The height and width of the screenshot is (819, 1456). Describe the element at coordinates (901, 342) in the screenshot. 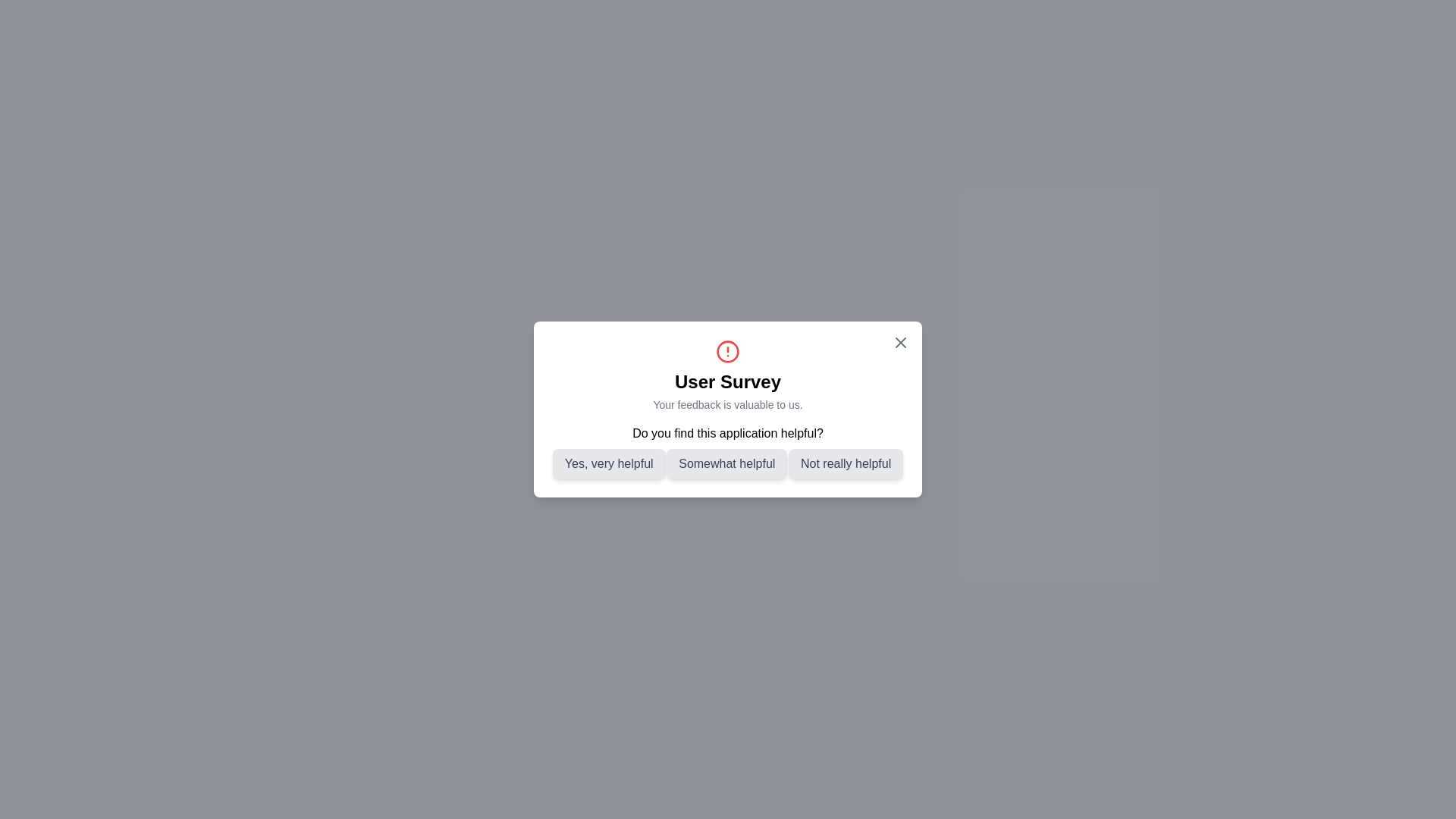

I see `the 'X' close button located at the top-right corner of the dialog box to change its text color` at that location.